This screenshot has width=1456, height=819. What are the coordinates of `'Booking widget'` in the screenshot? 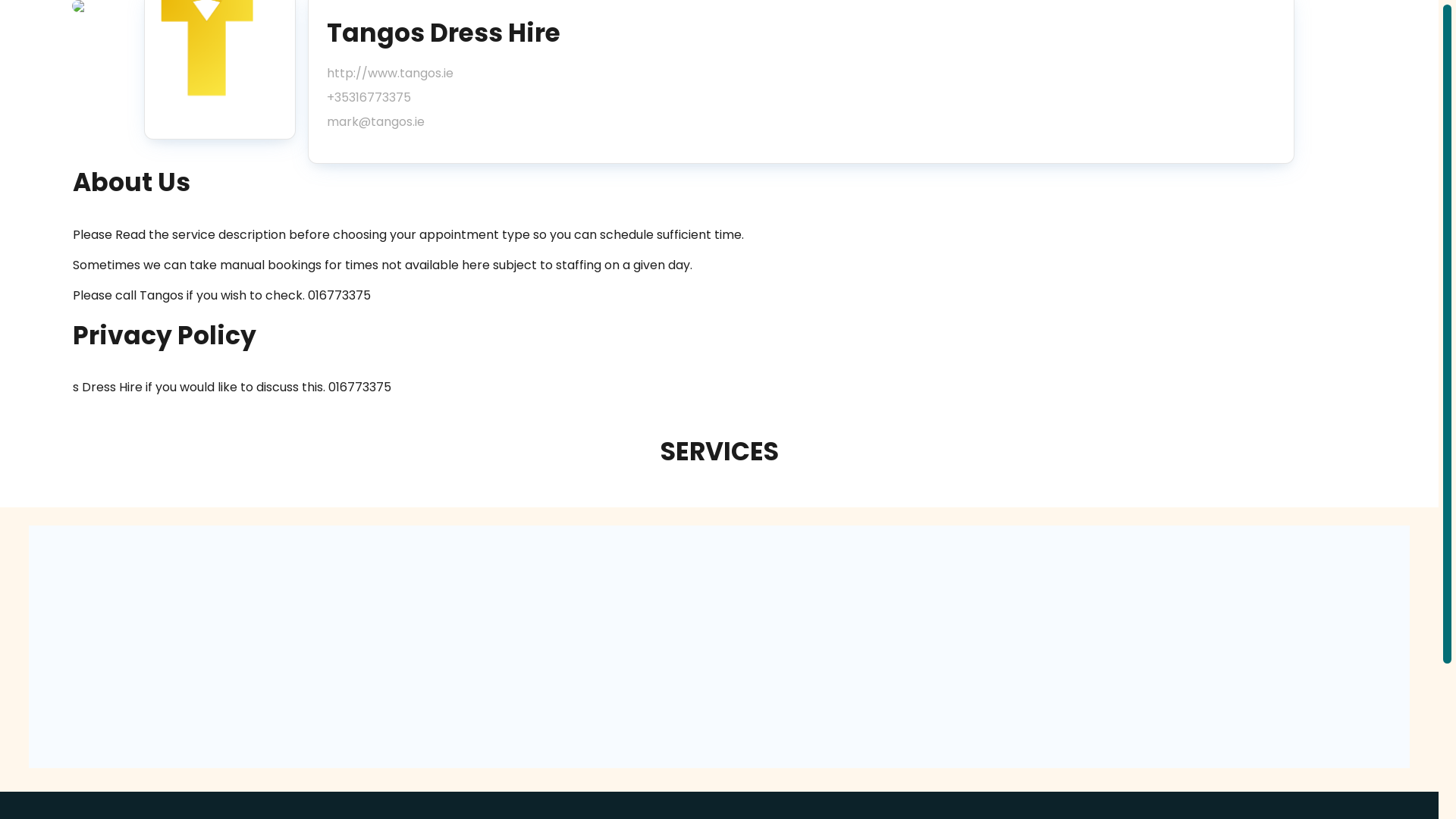 It's located at (718, 646).